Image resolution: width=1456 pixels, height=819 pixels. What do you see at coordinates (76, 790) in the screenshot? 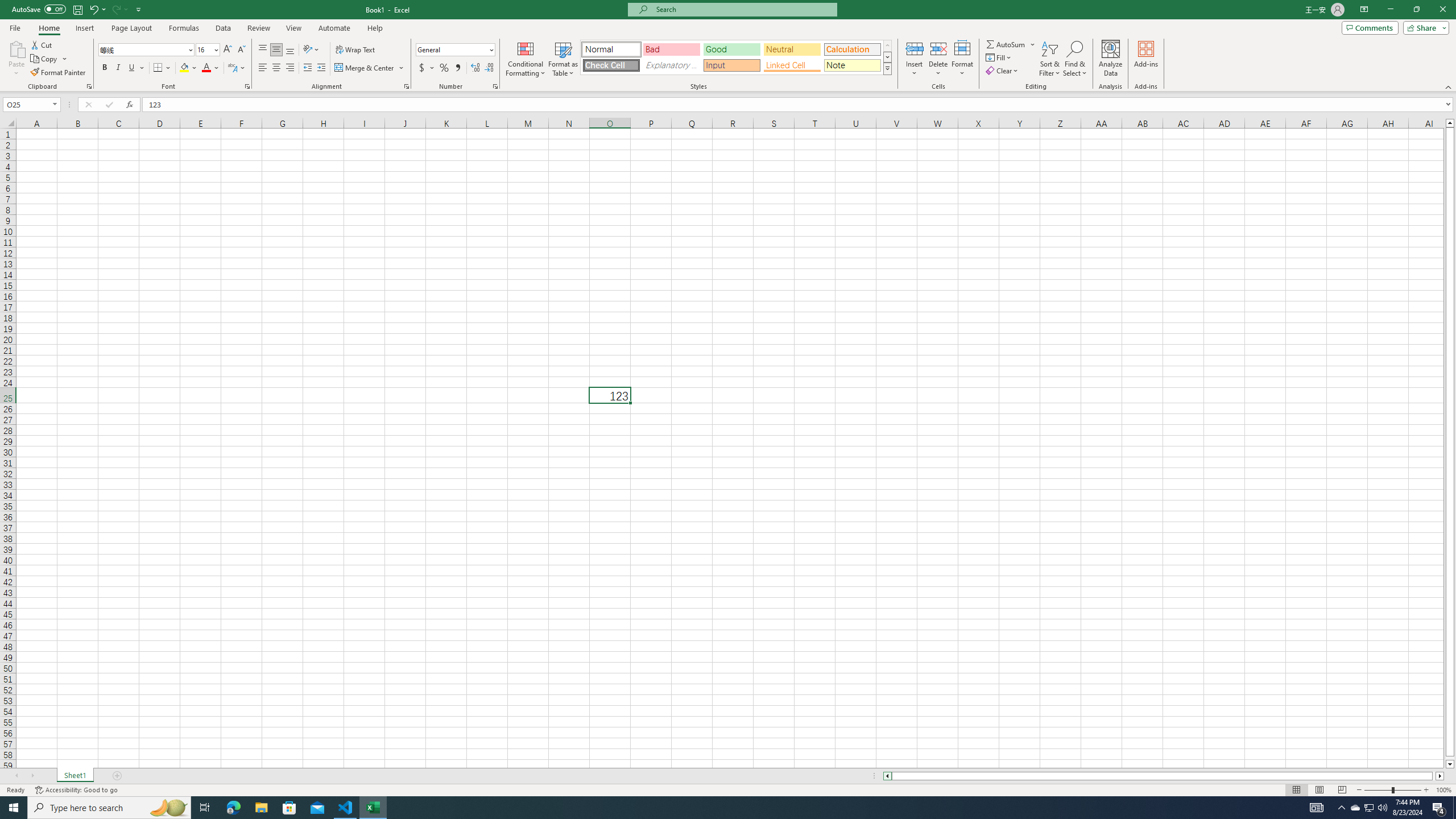
I see `'Accessibility Checker Accessibility: Good to go'` at bounding box center [76, 790].